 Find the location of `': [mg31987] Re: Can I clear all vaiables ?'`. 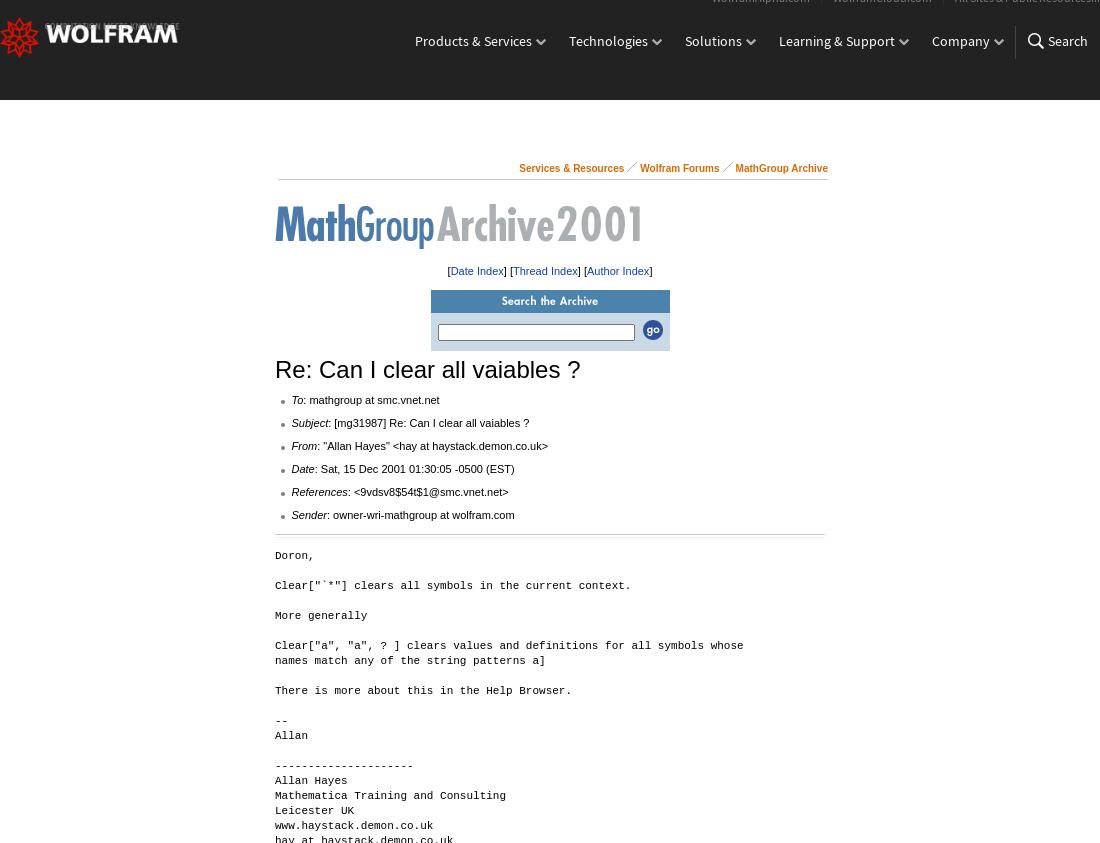

': [mg31987] Re: Can I clear all vaiables ?' is located at coordinates (427, 423).